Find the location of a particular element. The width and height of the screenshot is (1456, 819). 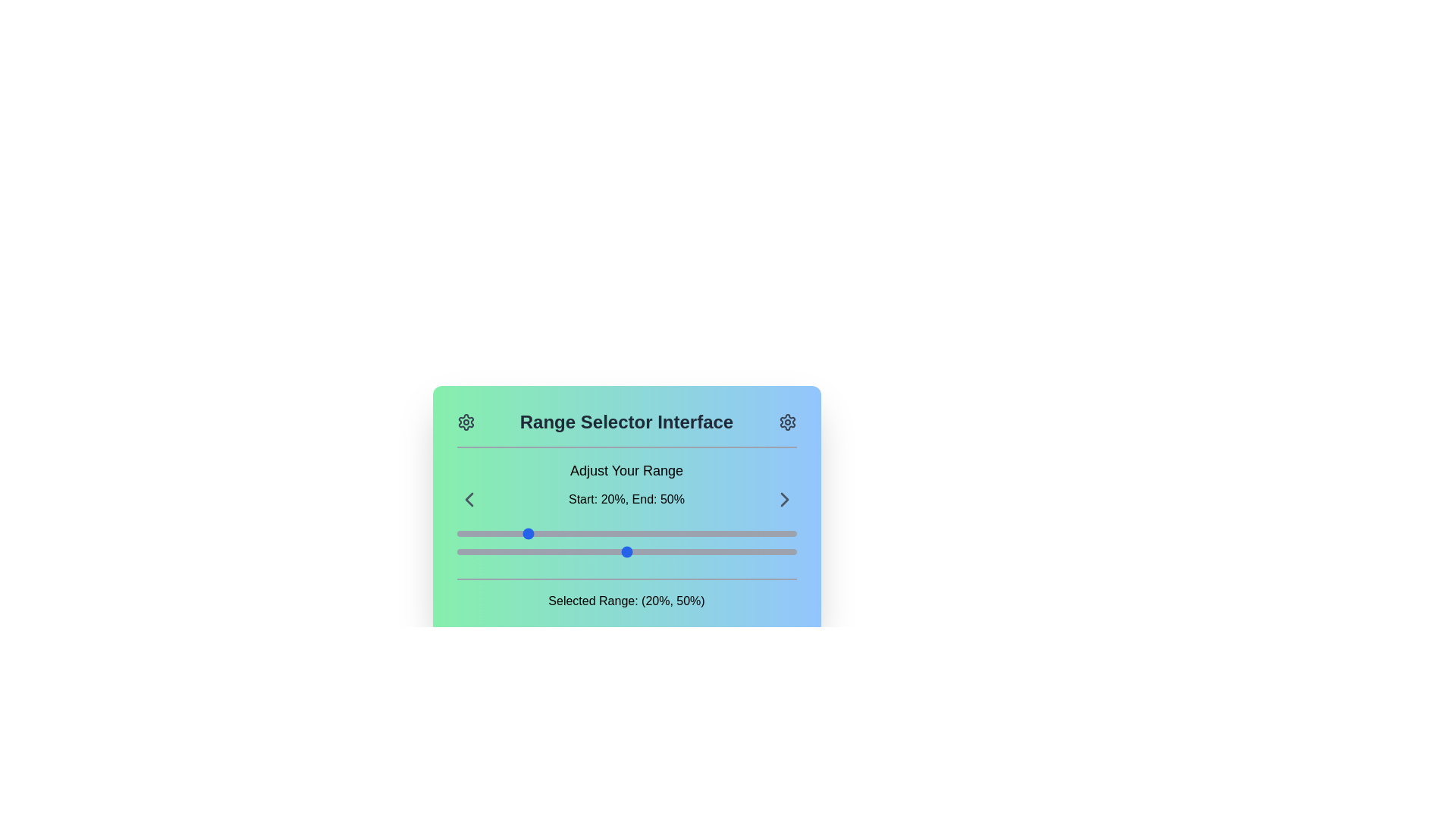

the rightward navigation arrow icon is located at coordinates (784, 500).